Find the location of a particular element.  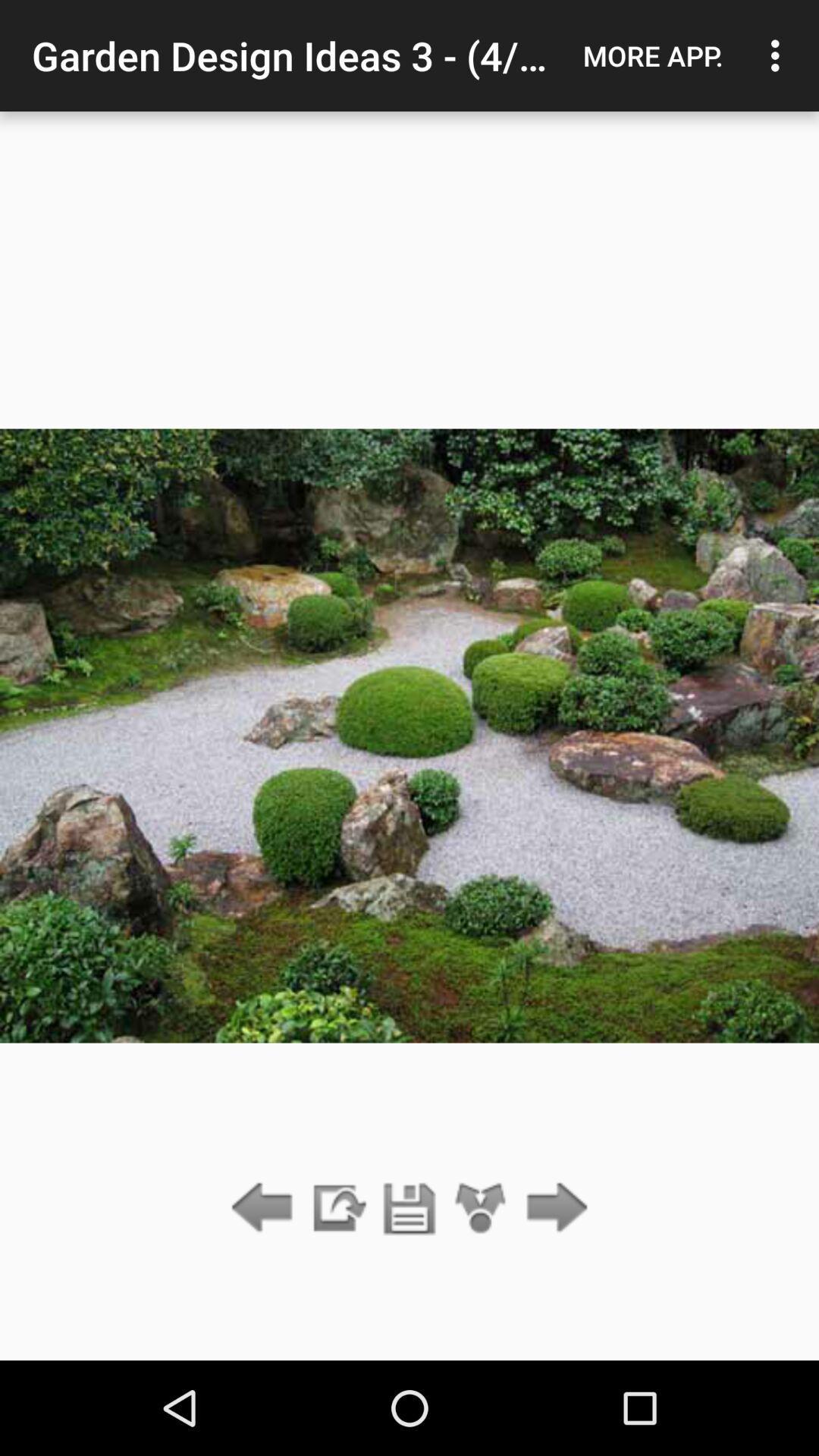

the arrow_forward icon is located at coordinates (553, 1208).